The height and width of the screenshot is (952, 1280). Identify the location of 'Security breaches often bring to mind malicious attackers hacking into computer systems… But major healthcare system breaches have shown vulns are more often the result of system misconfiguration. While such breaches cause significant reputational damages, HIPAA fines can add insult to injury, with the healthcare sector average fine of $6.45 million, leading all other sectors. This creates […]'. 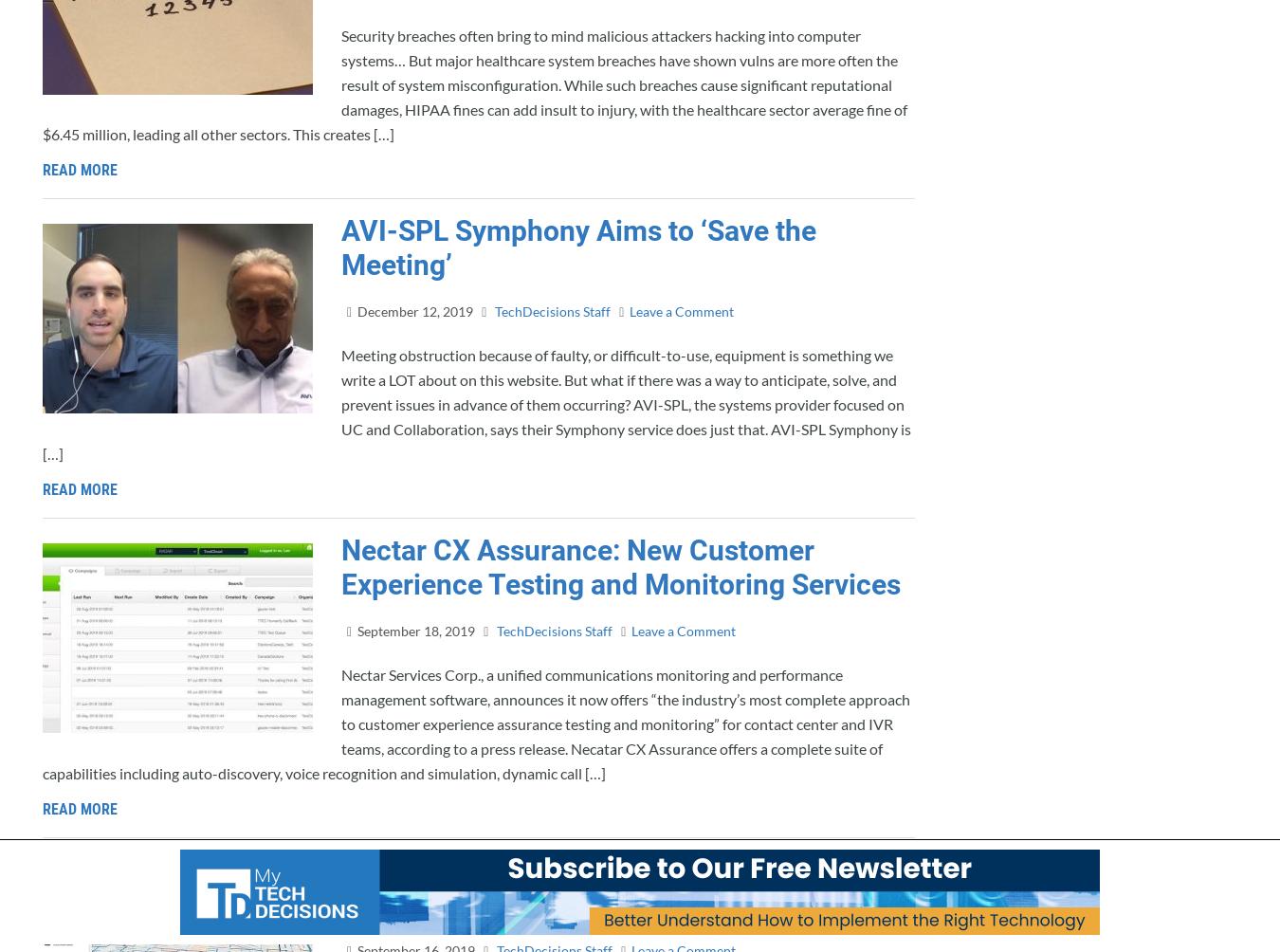
(473, 84).